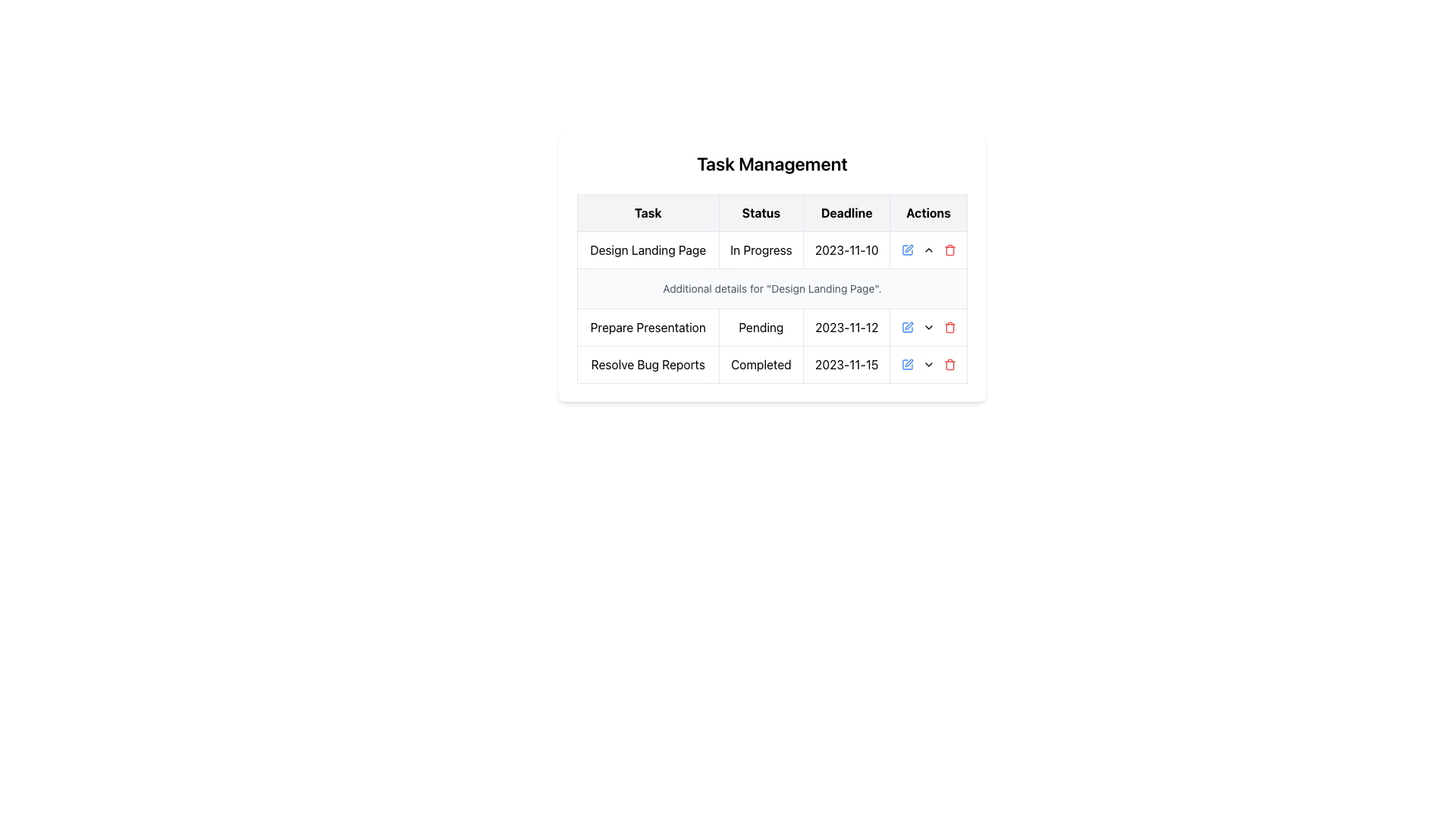  I want to click on the body of the trash can icon within the SVG illustration in the 'Actions' column of the task 'Prepare Presentation' to initiate the delete action, so click(949, 328).